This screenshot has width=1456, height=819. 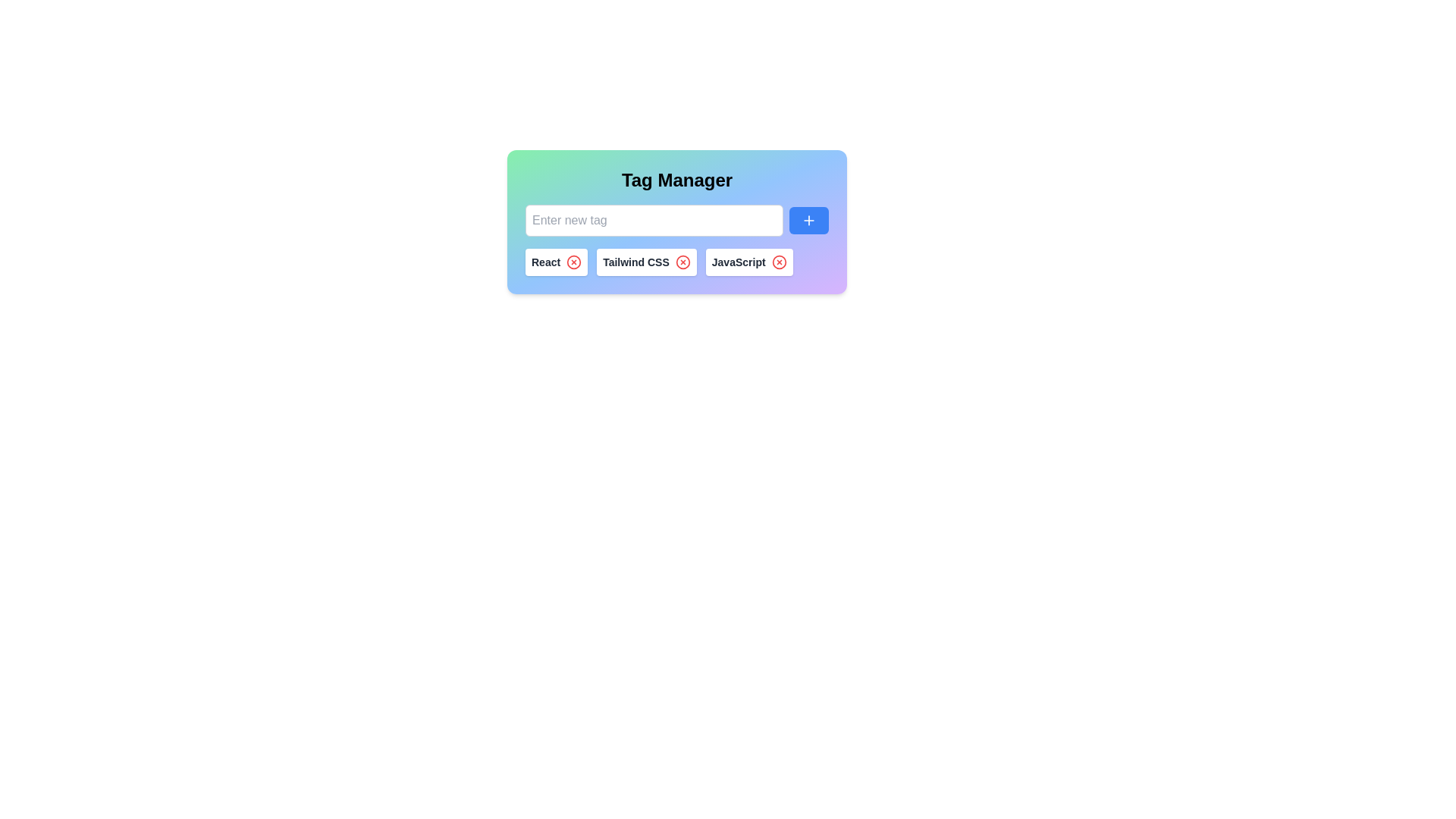 I want to click on the remove icon next to the tag labeled React, so click(x=573, y=262).